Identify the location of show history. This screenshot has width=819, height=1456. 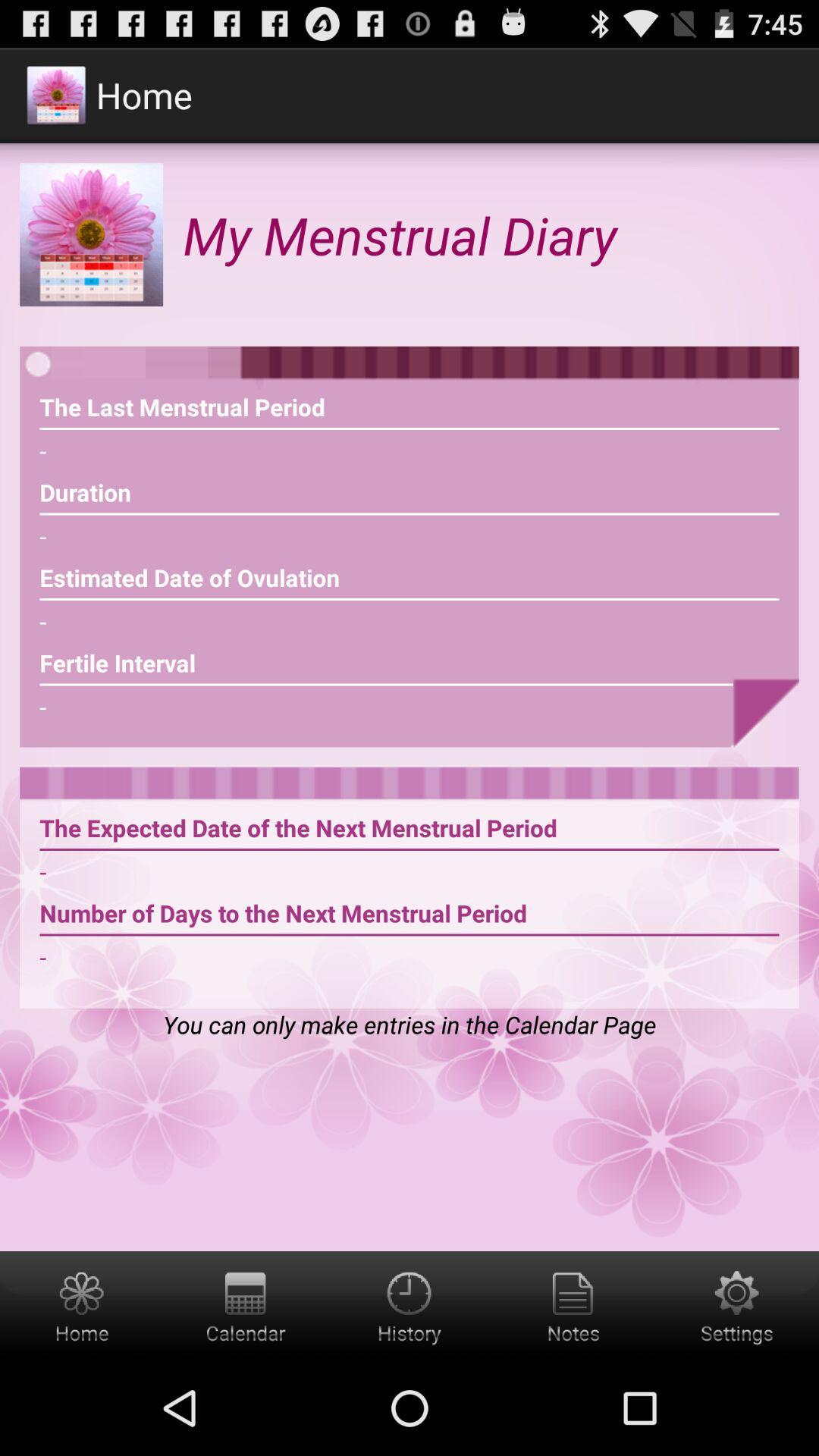
(409, 1305).